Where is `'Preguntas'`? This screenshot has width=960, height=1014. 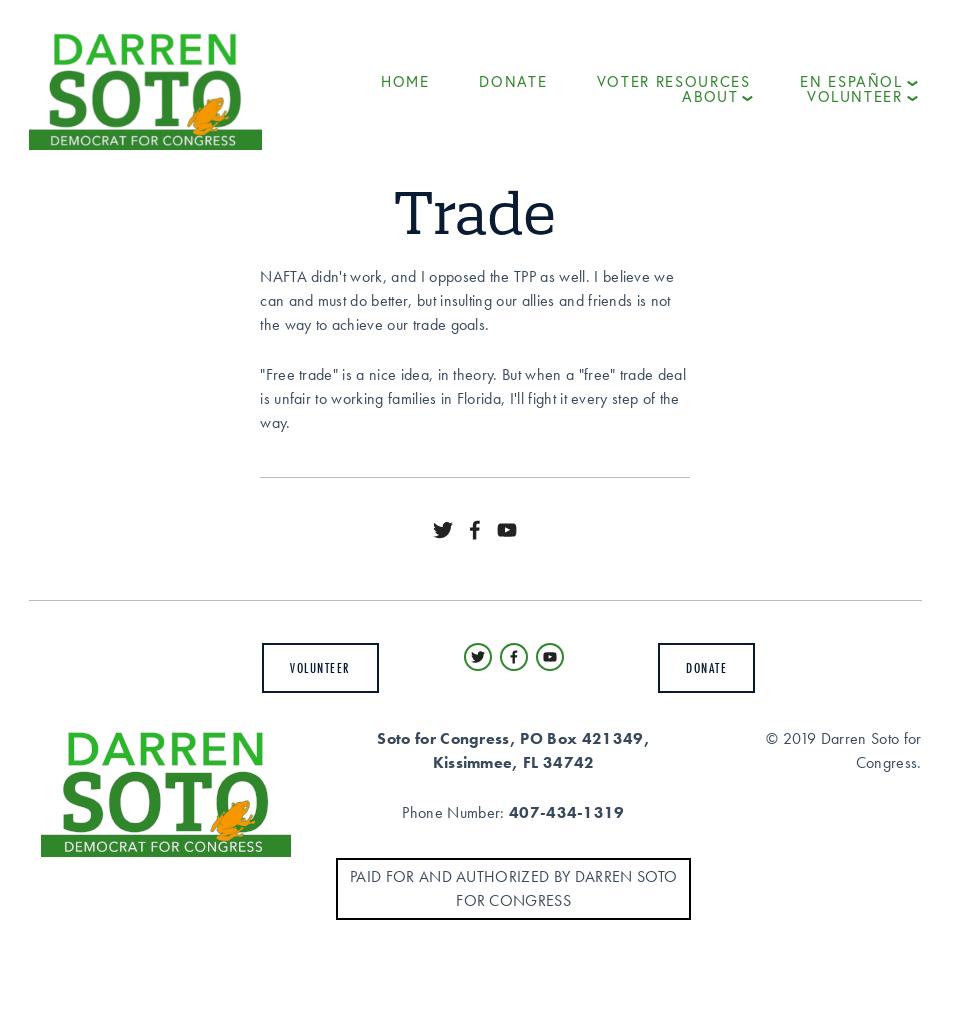
'Preguntas' is located at coordinates (846, 183).